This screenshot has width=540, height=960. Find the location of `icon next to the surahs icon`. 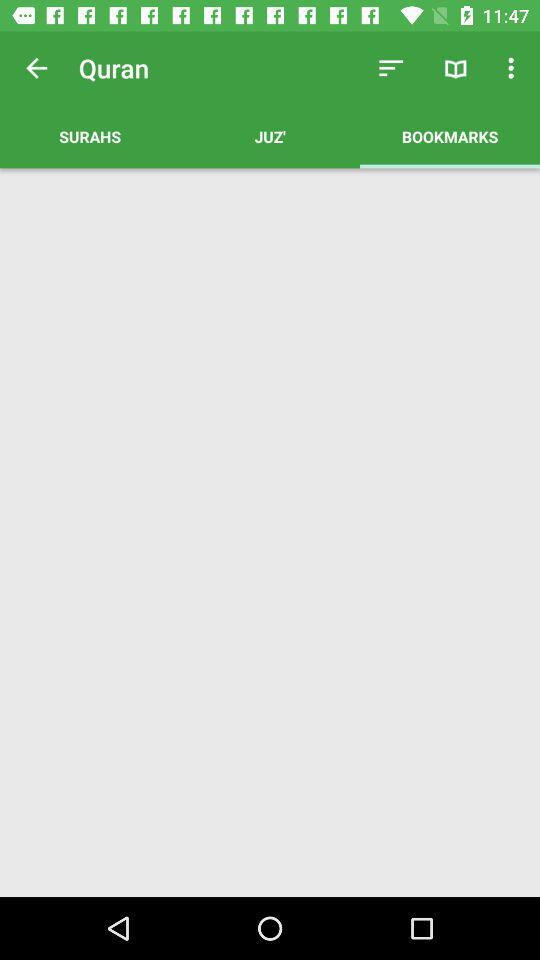

icon next to the surahs icon is located at coordinates (270, 135).